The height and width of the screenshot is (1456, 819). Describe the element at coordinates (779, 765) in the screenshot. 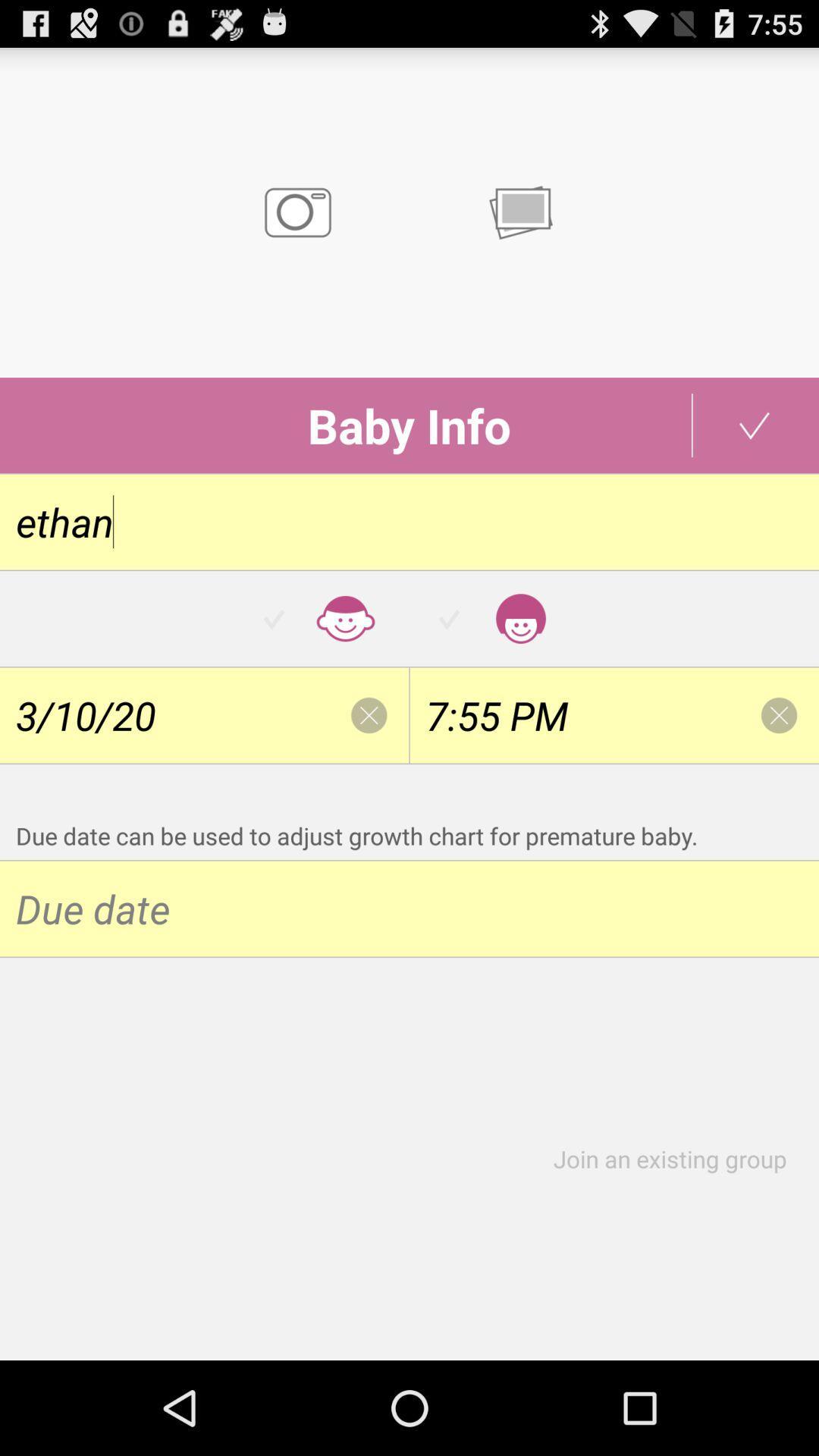

I see `the close icon` at that location.